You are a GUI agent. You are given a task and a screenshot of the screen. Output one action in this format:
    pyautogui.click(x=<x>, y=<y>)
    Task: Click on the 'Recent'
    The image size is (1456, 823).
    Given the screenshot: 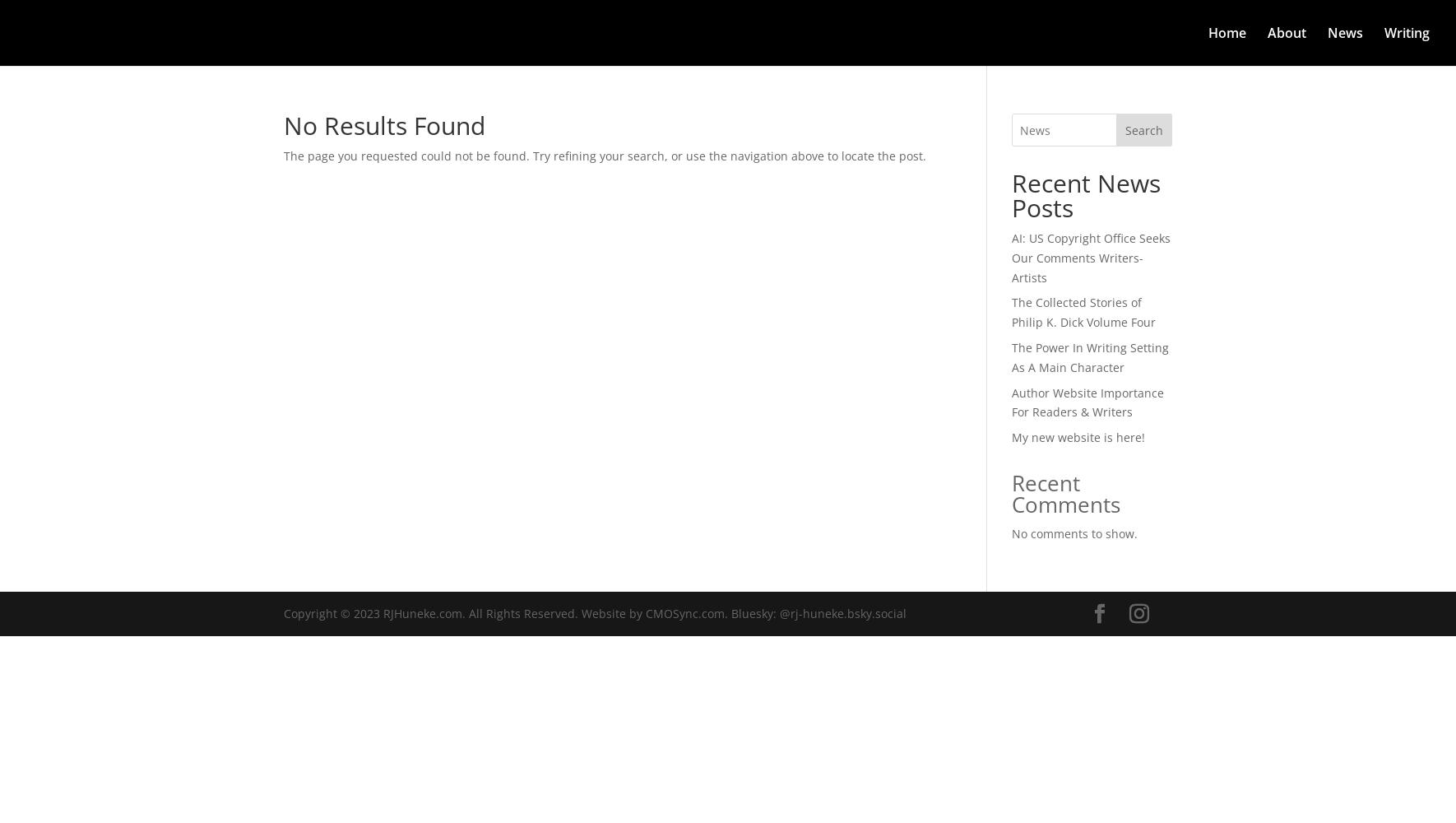 What is the action you would take?
    pyautogui.click(x=1044, y=481)
    